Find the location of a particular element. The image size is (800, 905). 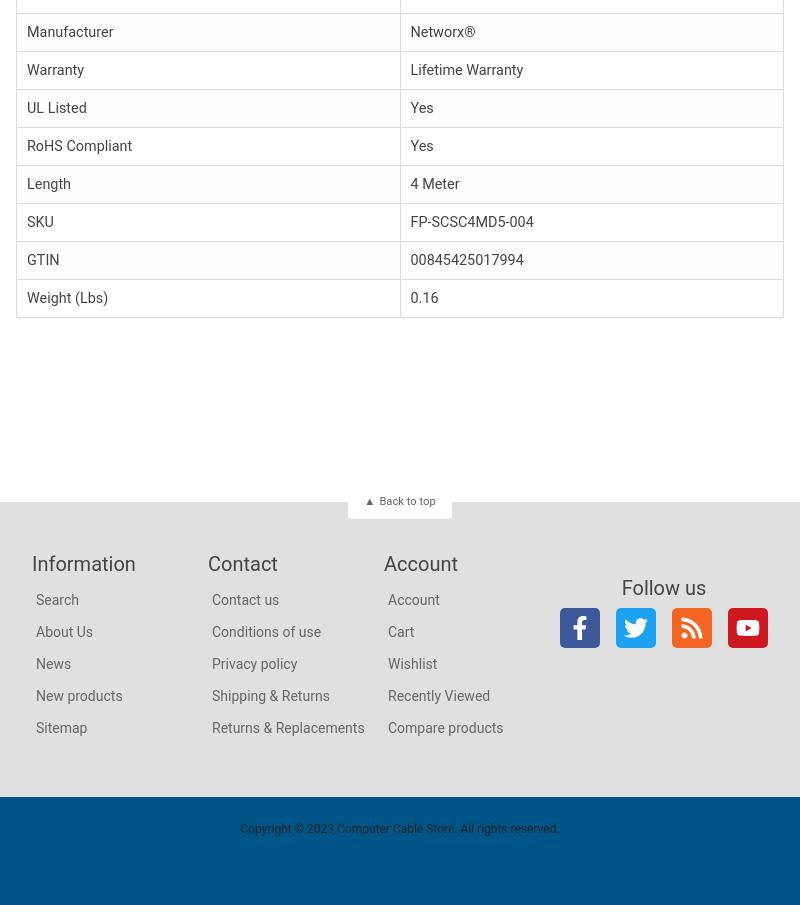

'Manufacturer' is located at coordinates (70, 30).